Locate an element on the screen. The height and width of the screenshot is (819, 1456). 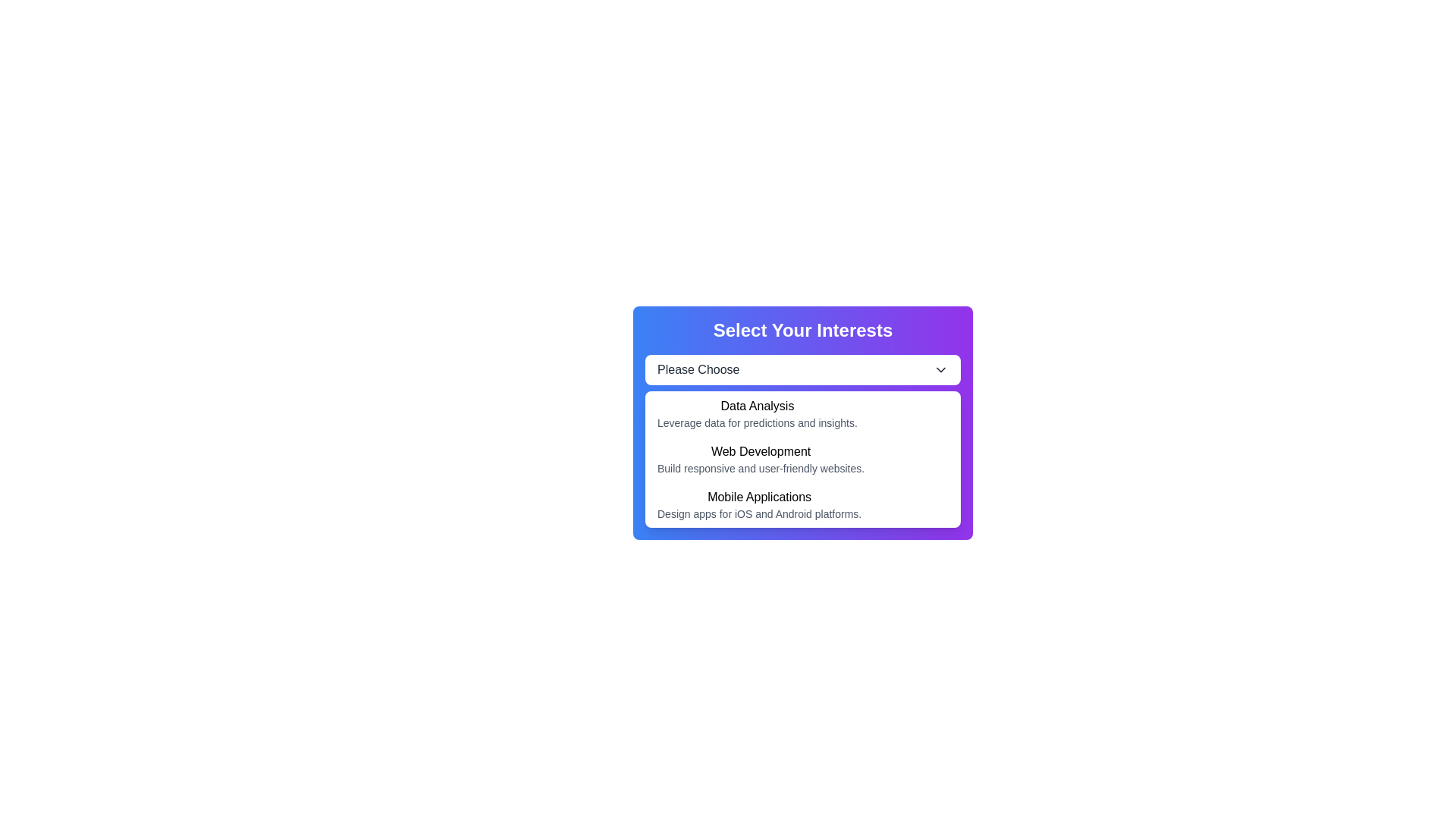
one of the selectable options in the Menu or Options List located below the title 'Select Your Interests' and the dropdown labeled 'Please Choose' is located at coordinates (802, 458).